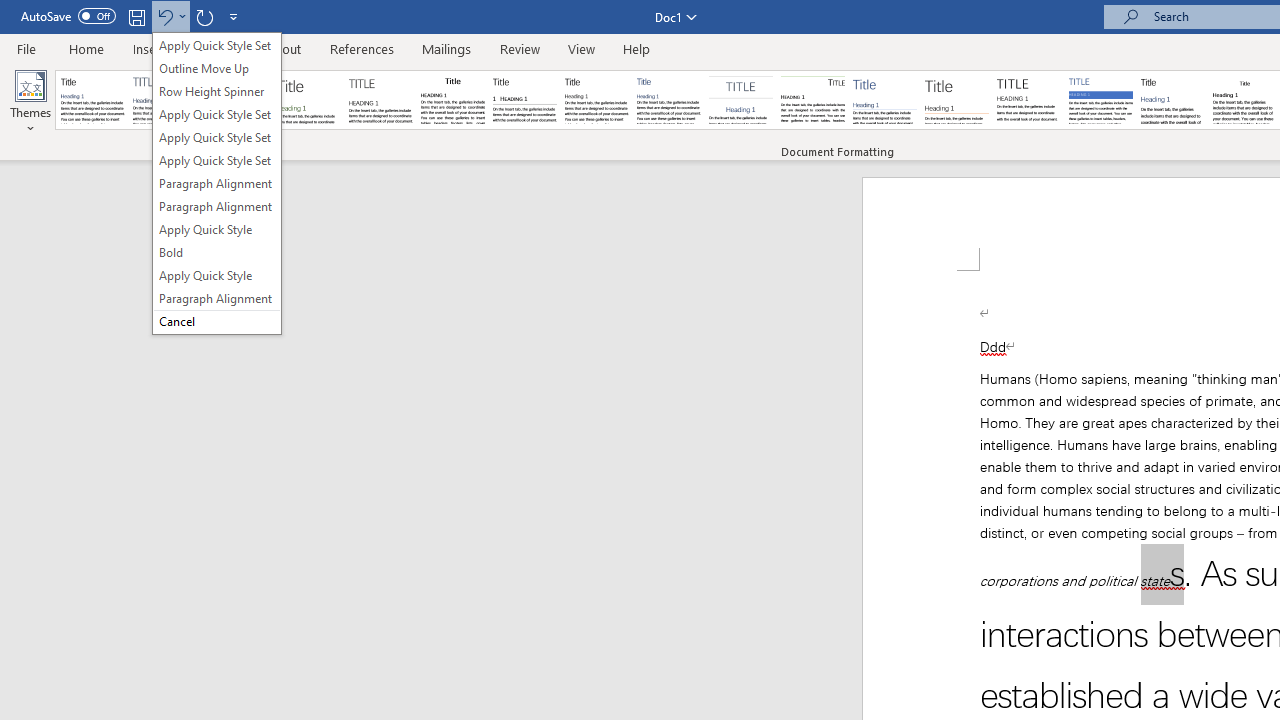 The width and height of the screenshot is (1280, 720). Describe the element at coordinates (30, 103) in the screenshot. I see `'Themes'` at that location.